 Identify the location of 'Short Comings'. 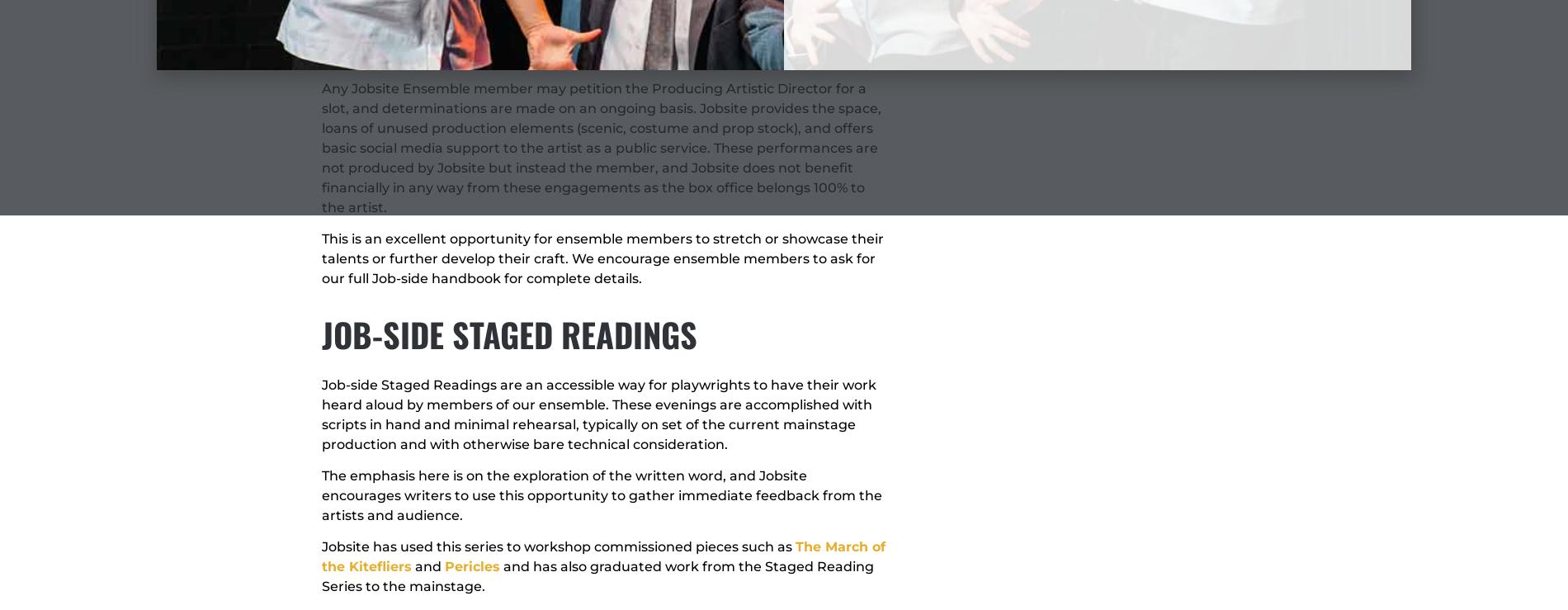
(479, 16).